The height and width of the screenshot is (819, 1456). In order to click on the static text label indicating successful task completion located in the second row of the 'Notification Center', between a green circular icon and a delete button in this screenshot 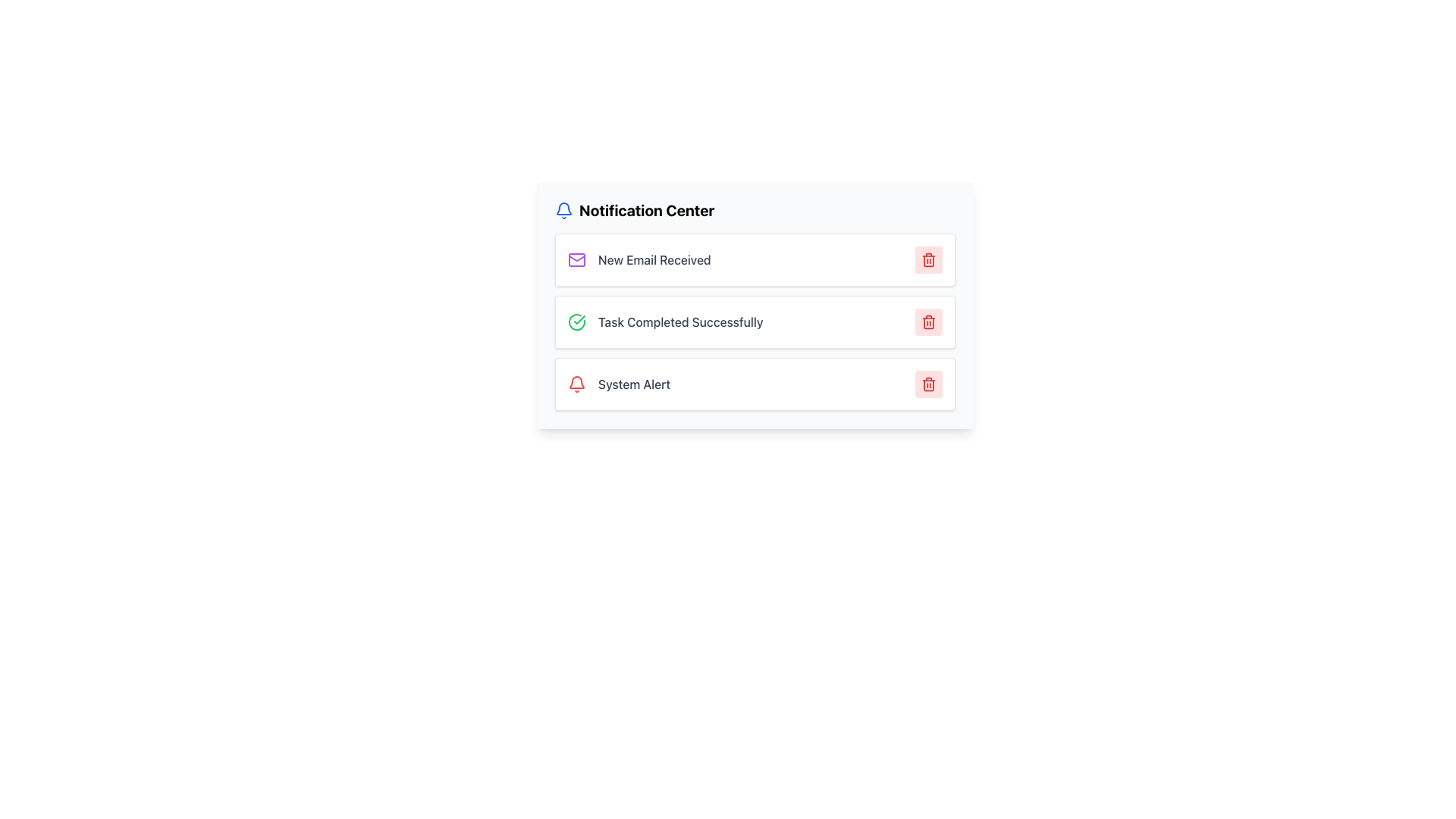, I will do `click(679, 321)`.